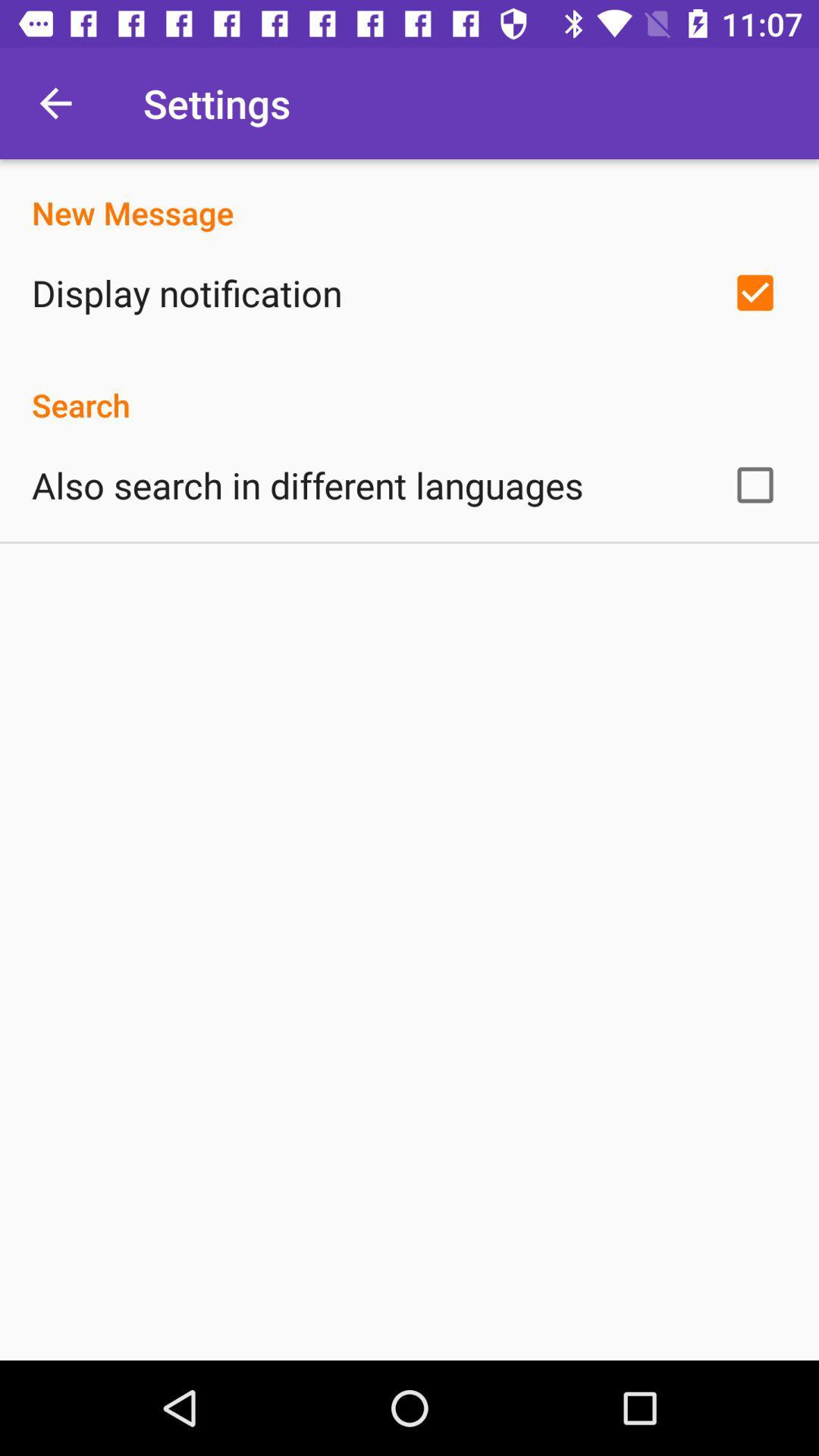 The height and width of the screenshot is (1456, 819). What do you see at coordinates (55, 102) in the screenshot?
I see `the item next to settings item` at bounding box center [55, 102].